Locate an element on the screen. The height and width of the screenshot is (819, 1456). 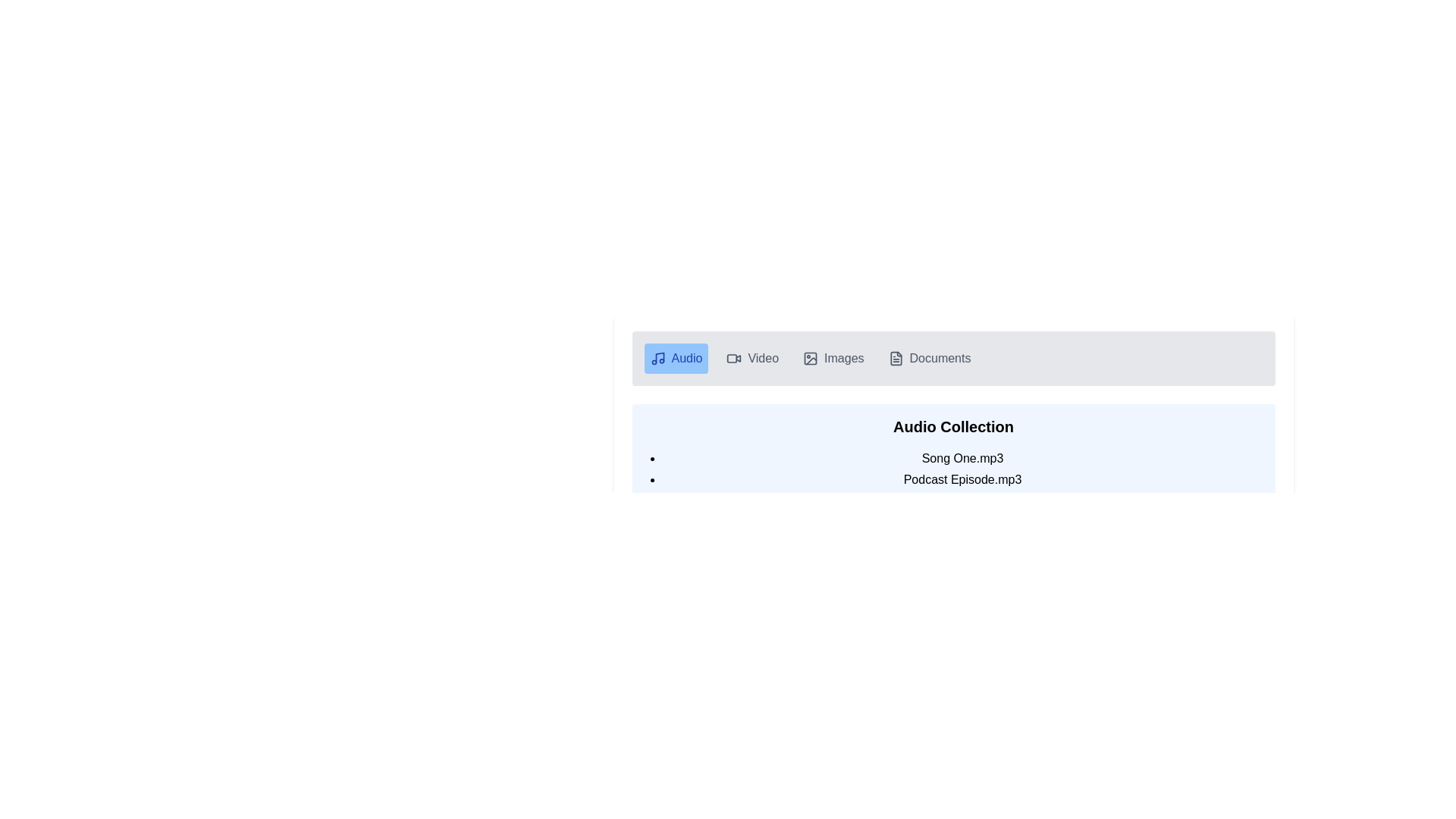
the text display representing the file name 'Song One.mp3', which is the first item in the vertical list within the 'Audio Collection' section is located at coordinates (962, 458).